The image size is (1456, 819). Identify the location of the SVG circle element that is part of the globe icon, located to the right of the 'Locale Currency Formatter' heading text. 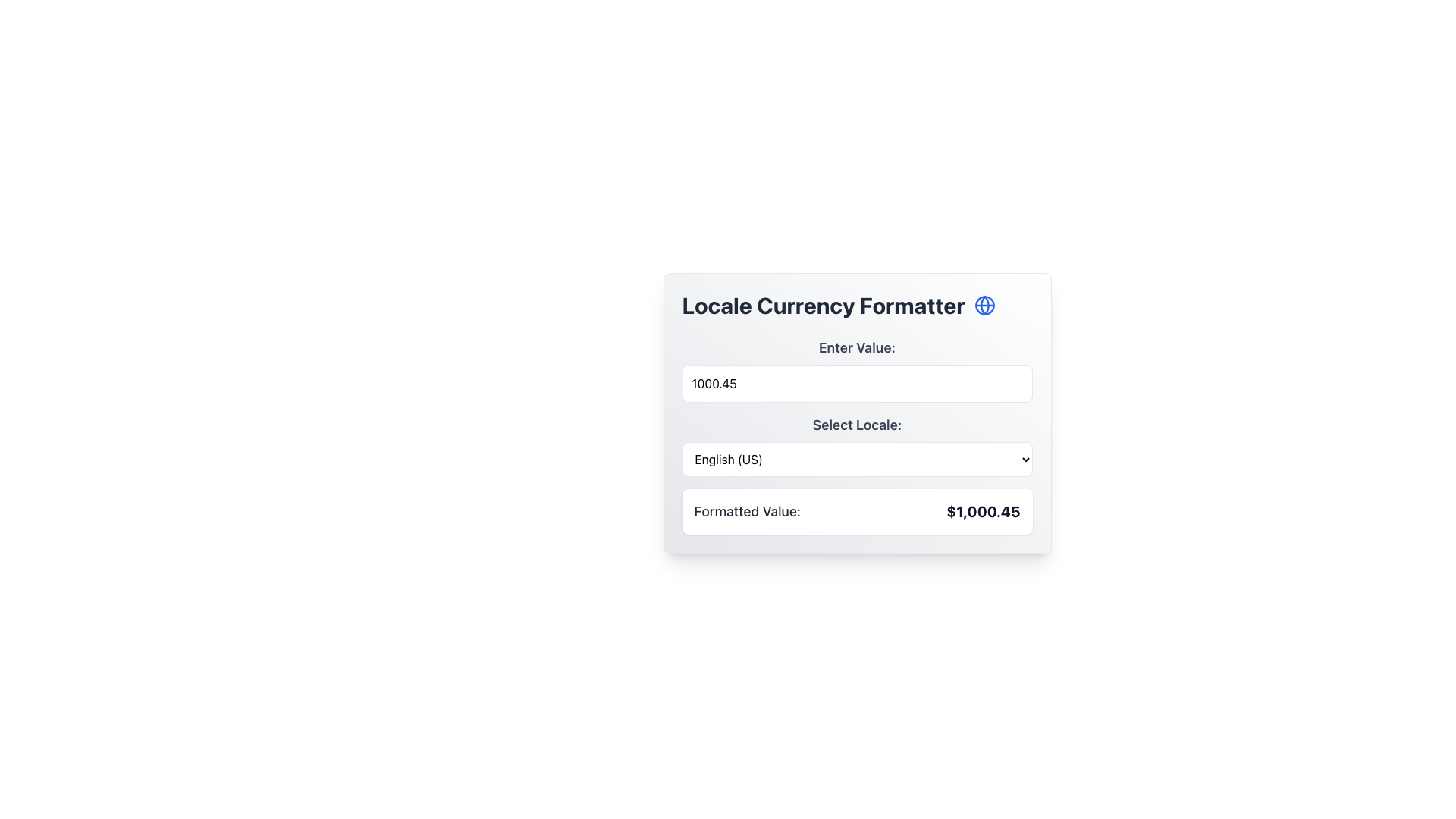
(984, 305).